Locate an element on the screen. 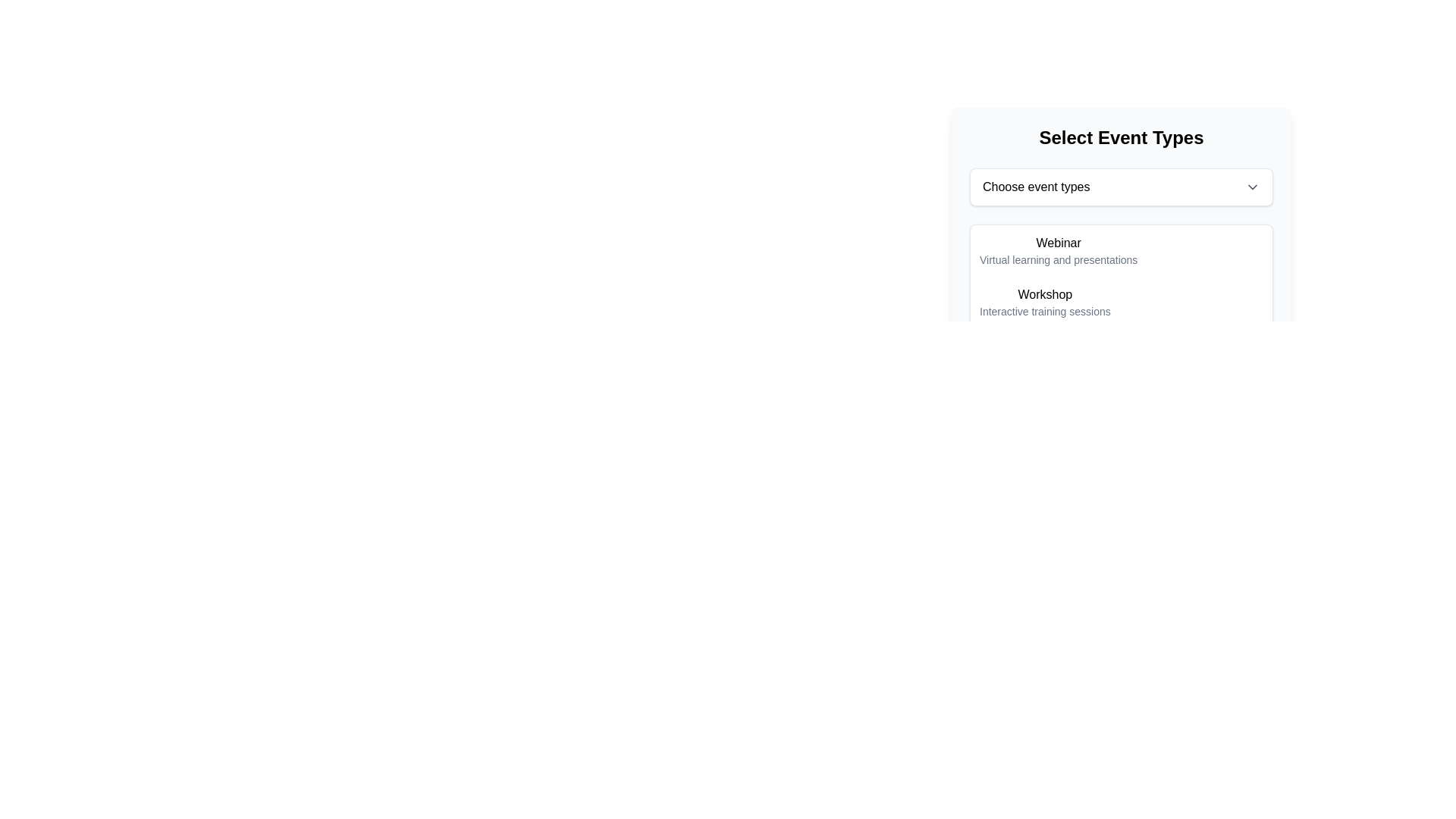  the descriptive text label located below the 'Webinar' title is located at coordinates (1058, 259).